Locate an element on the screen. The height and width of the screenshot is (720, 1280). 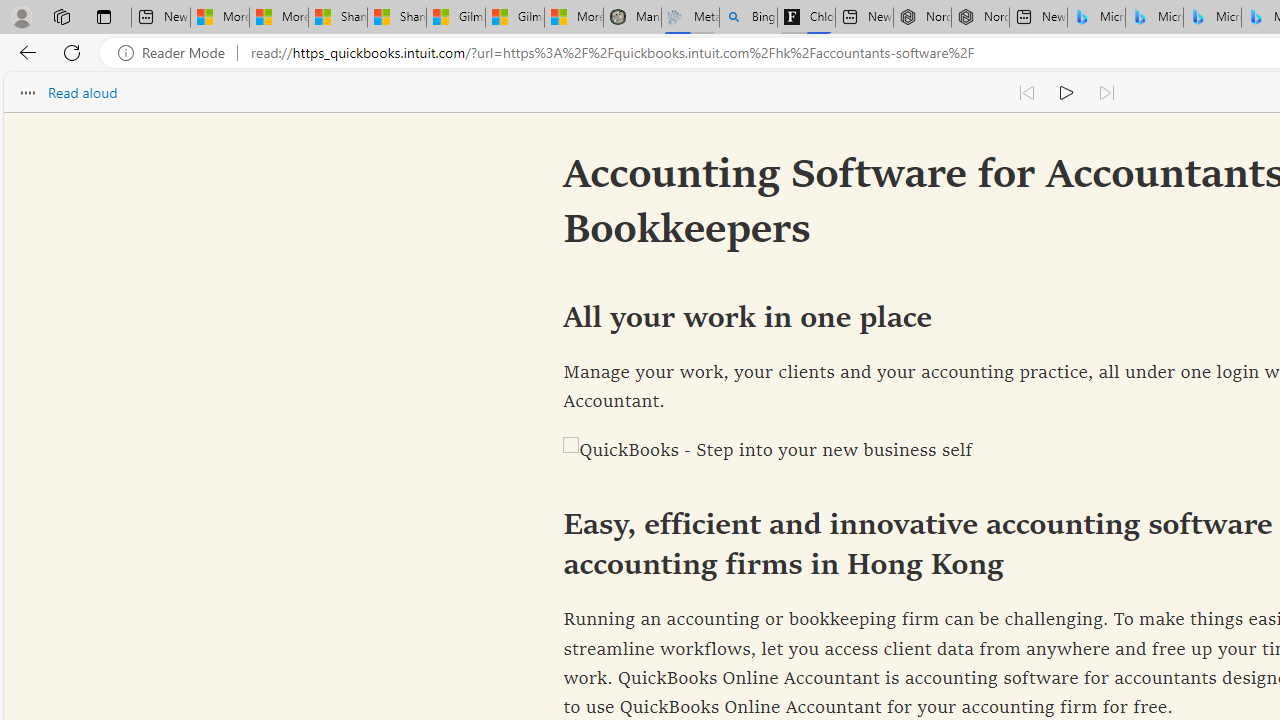
'Shanghai, China weather forecast | Microsoft Weather' is located at coordinates (396, 17).